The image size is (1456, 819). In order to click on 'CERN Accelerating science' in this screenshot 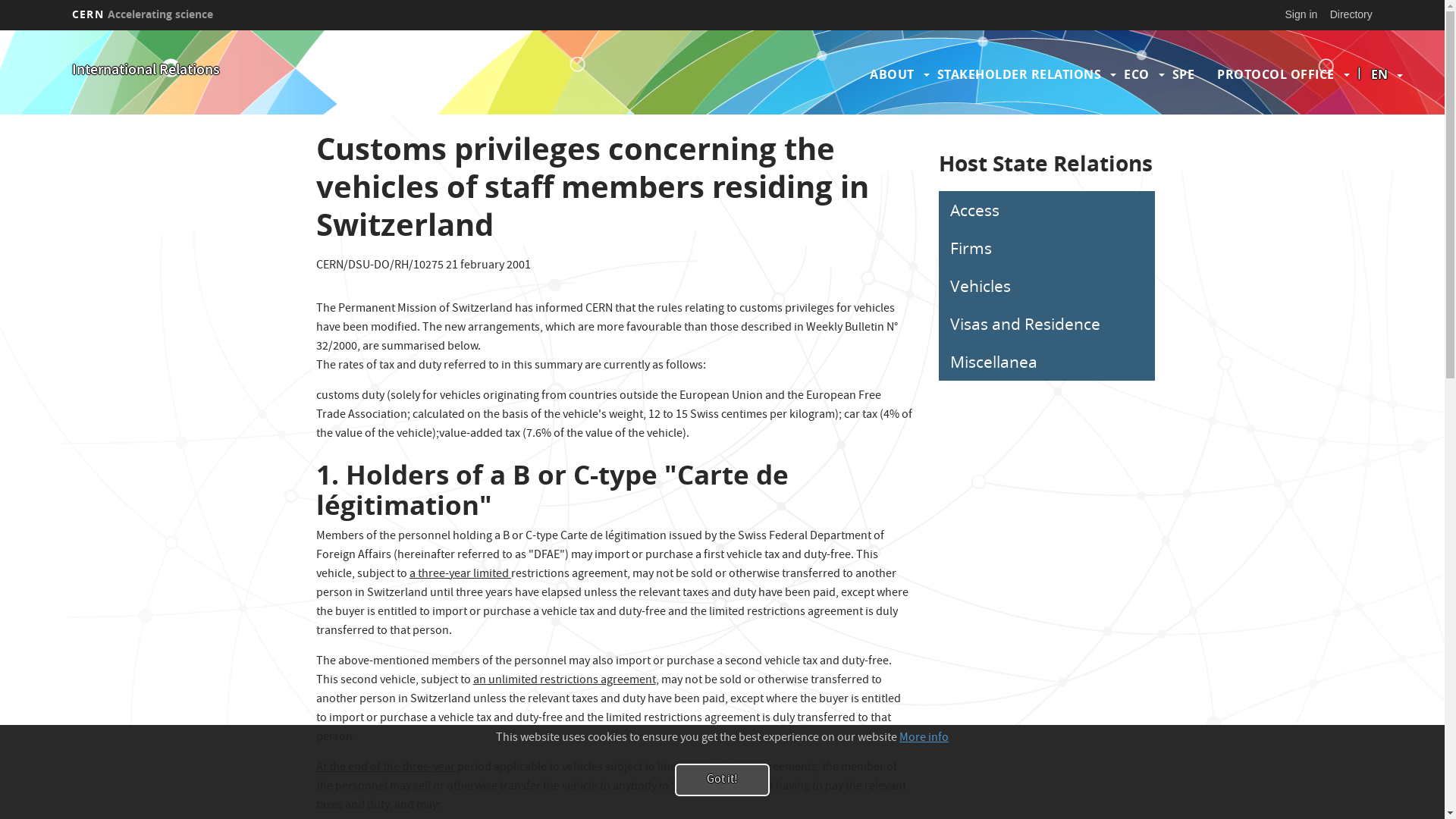, I will do `click(64, 14)`.